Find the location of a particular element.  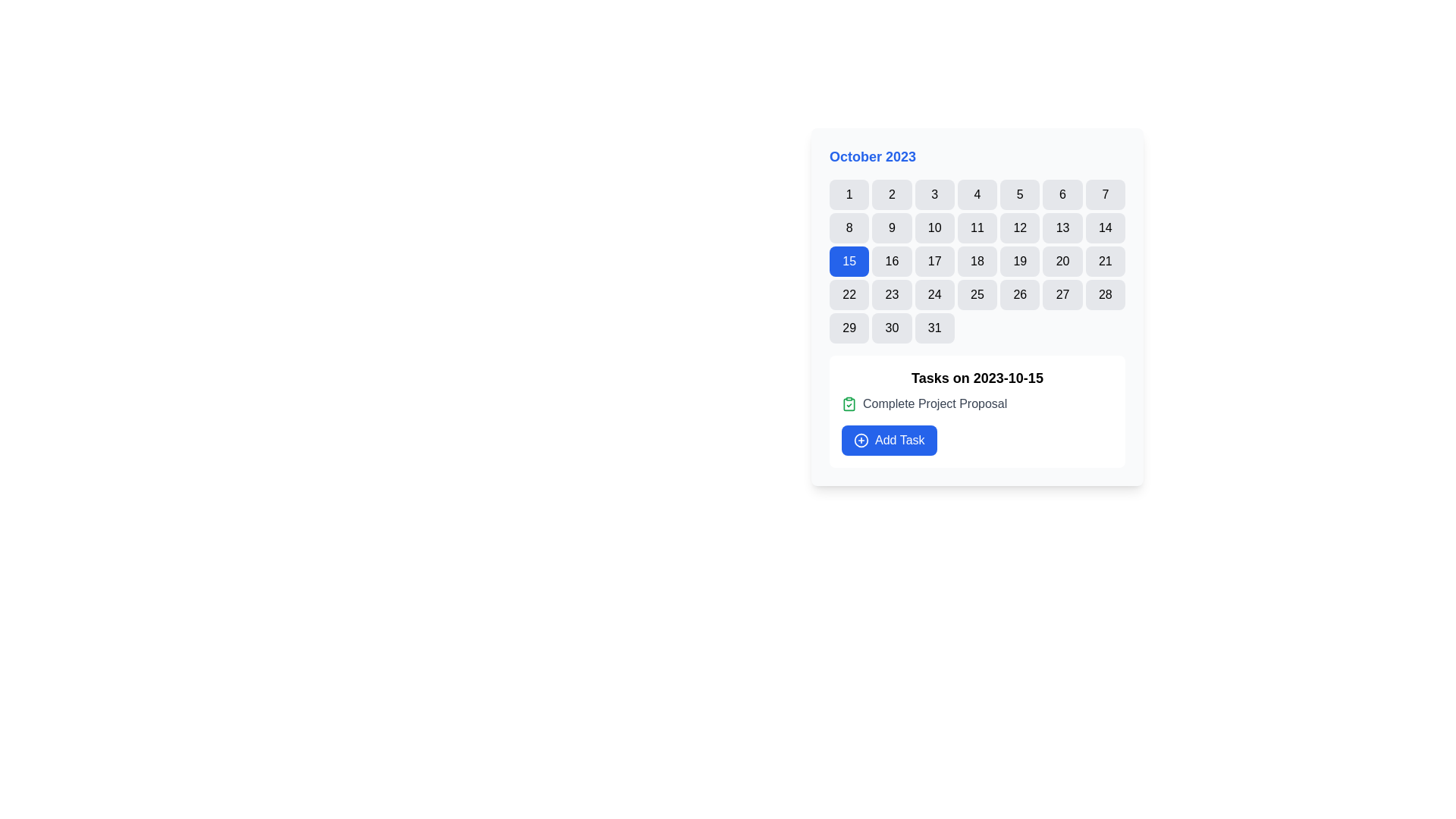

the button displaying the number '9' in the calendar layout is located at coordinates (892, 227).